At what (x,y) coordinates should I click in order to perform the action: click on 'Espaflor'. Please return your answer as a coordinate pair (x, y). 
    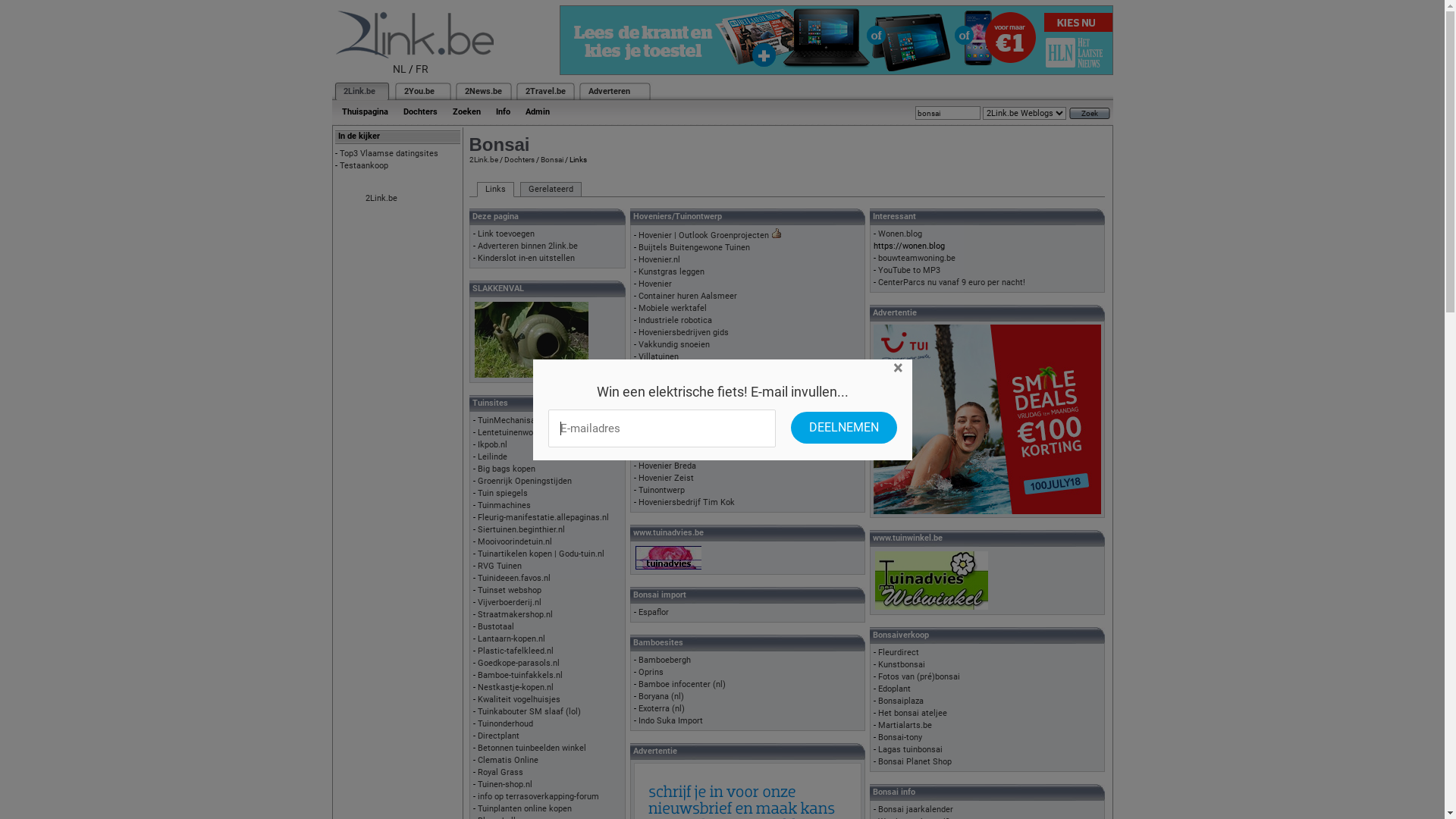
    Looking at the image, I should click on (638, 611).